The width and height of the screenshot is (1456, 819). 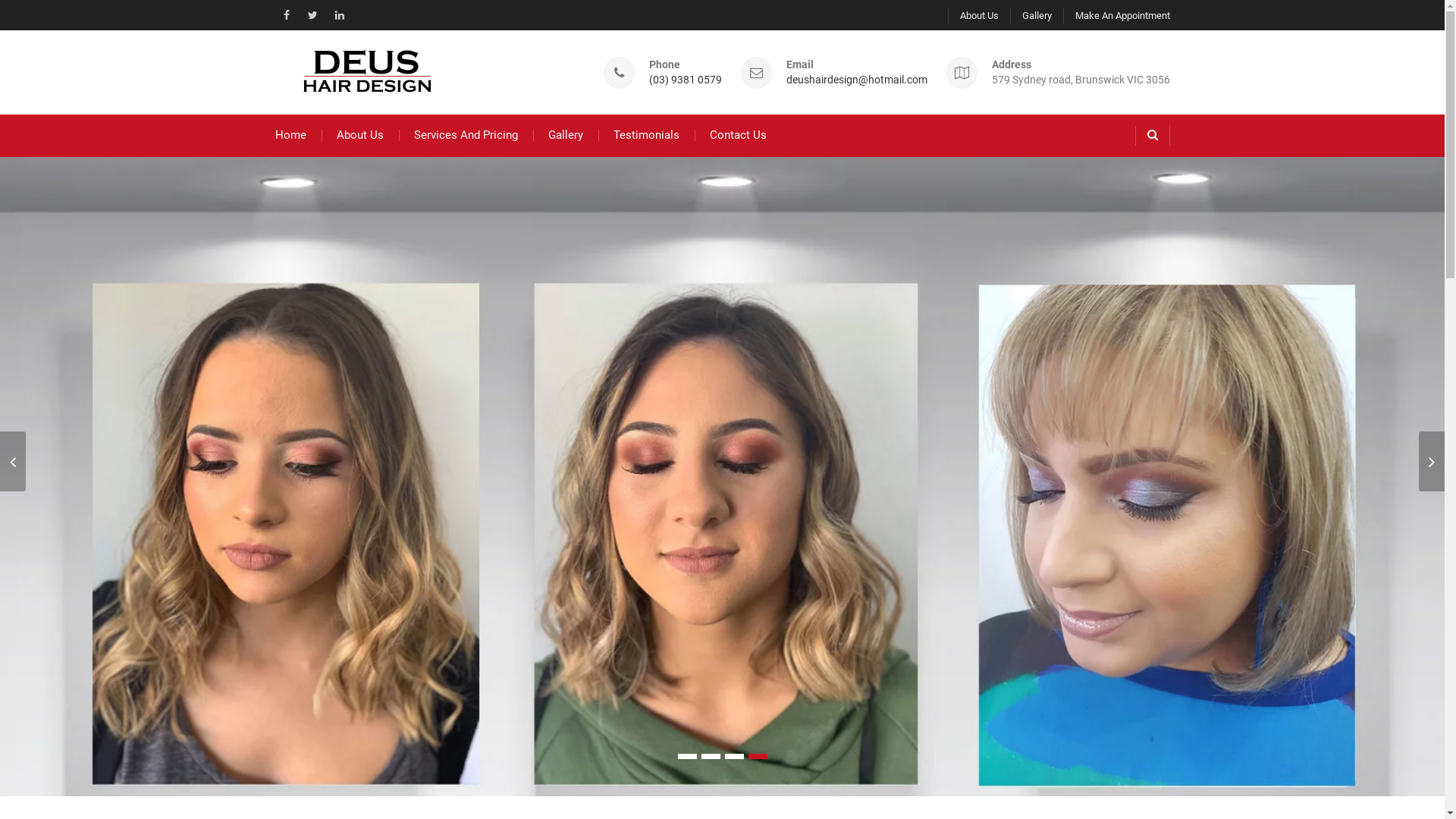 I want to click on 'Make An Appointment', so click(x=1116, y=15).